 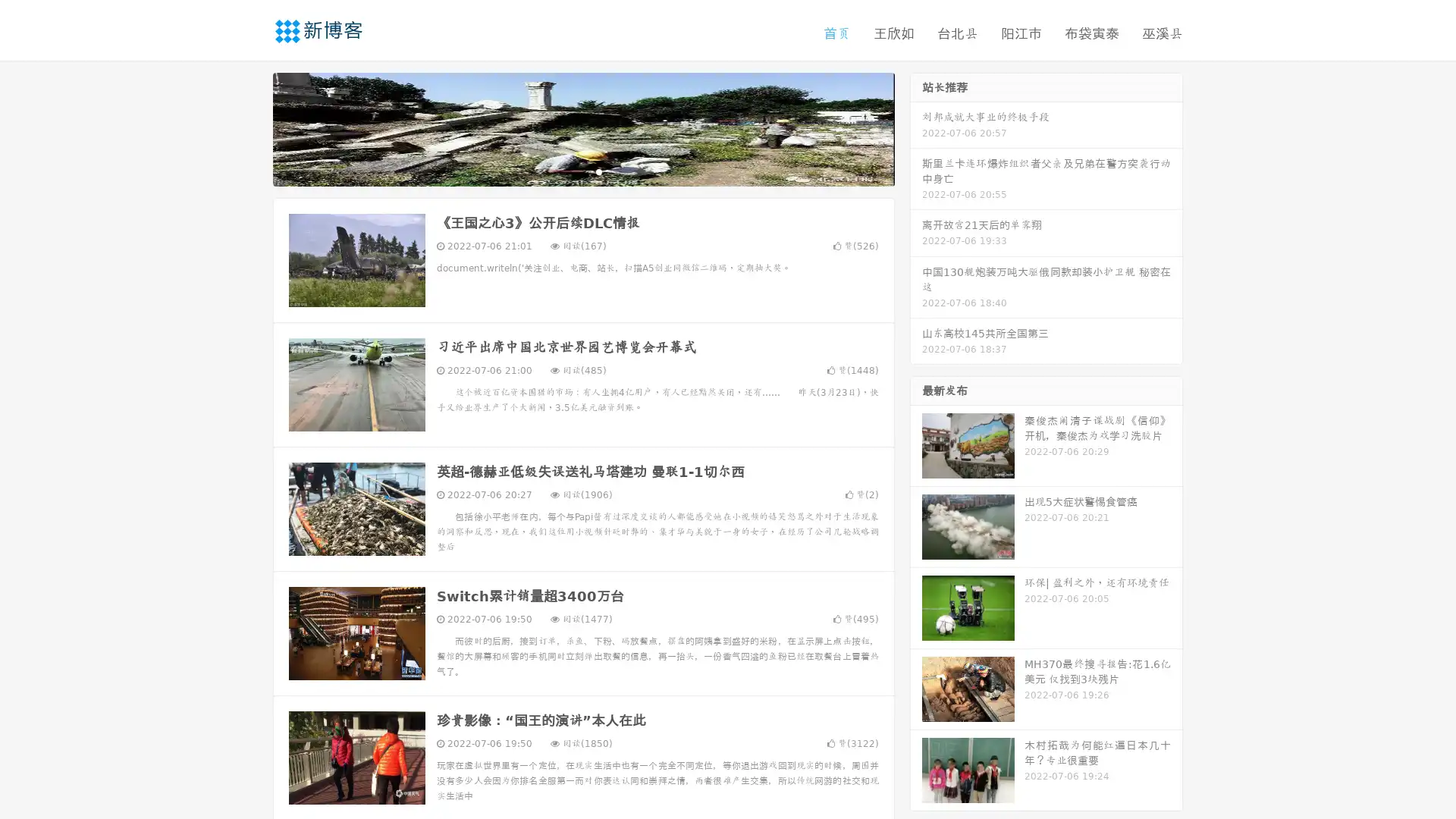 I want to click on Go to slide 2, so click(x=582, y=171).